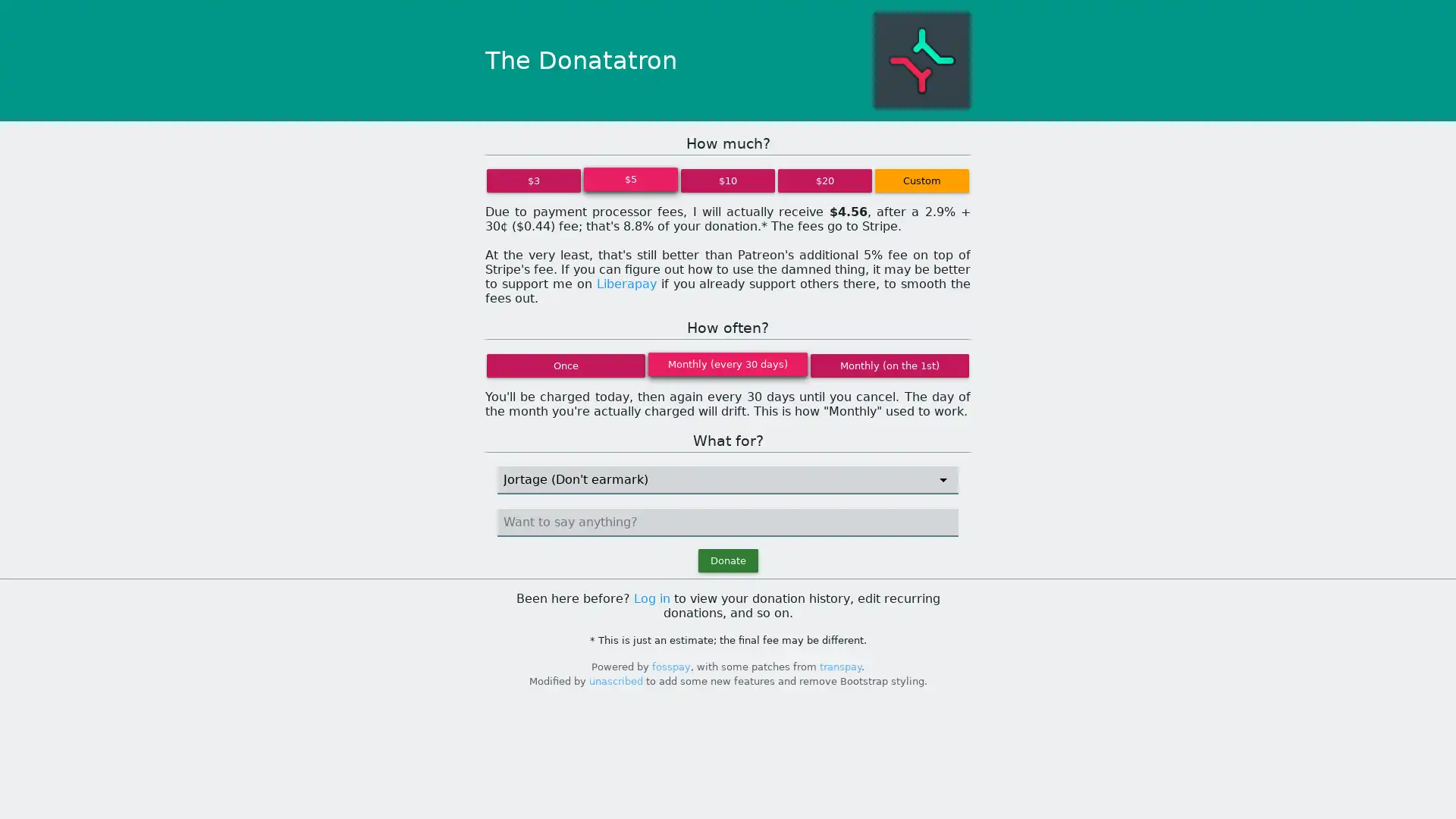 Image resolution: width=1456 pixels, height=819 pixels. Describe the element at coordinates (726, 363) in the screenshot. I see `Monthly (every 30 days)` at that location.